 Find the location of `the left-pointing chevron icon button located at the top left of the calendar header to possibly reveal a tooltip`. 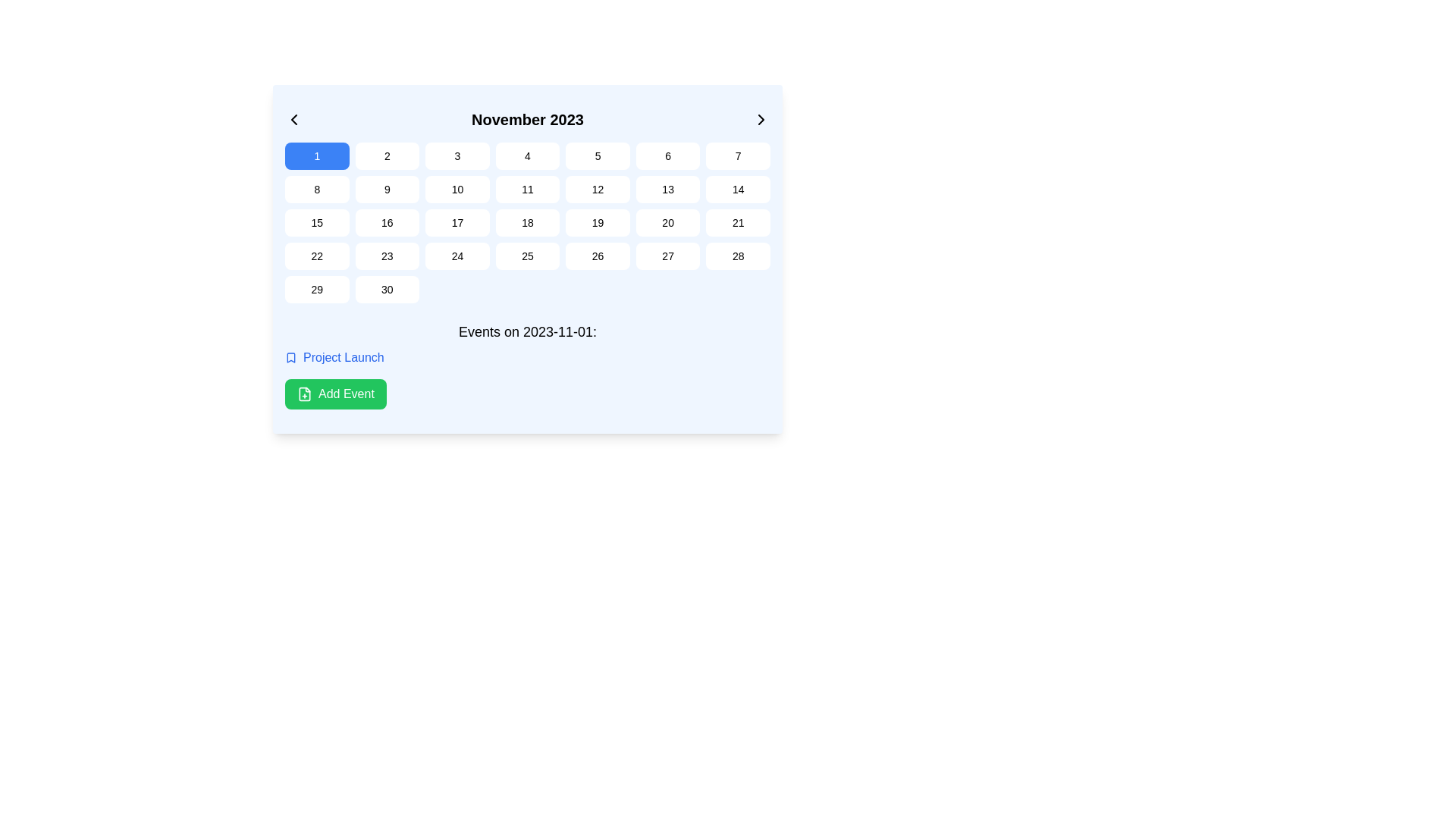

the left-pointing chevron icon button located at the top left of the calendar header to possibly reveal a tooltip is located at coordinates (294, 119).